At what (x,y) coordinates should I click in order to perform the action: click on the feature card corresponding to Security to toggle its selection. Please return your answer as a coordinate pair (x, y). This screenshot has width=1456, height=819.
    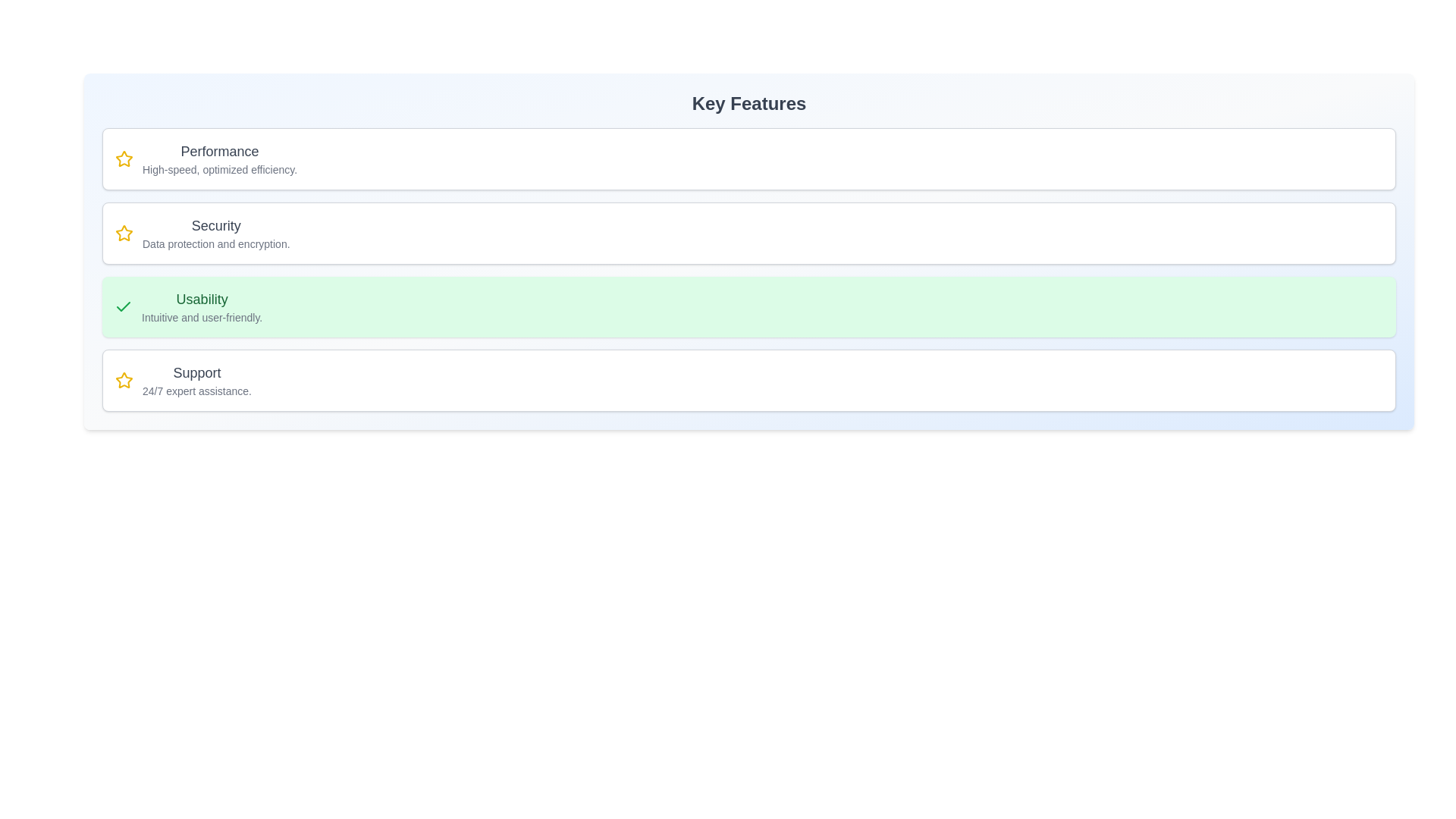
    Looking at the image, I should click on (749, 234).